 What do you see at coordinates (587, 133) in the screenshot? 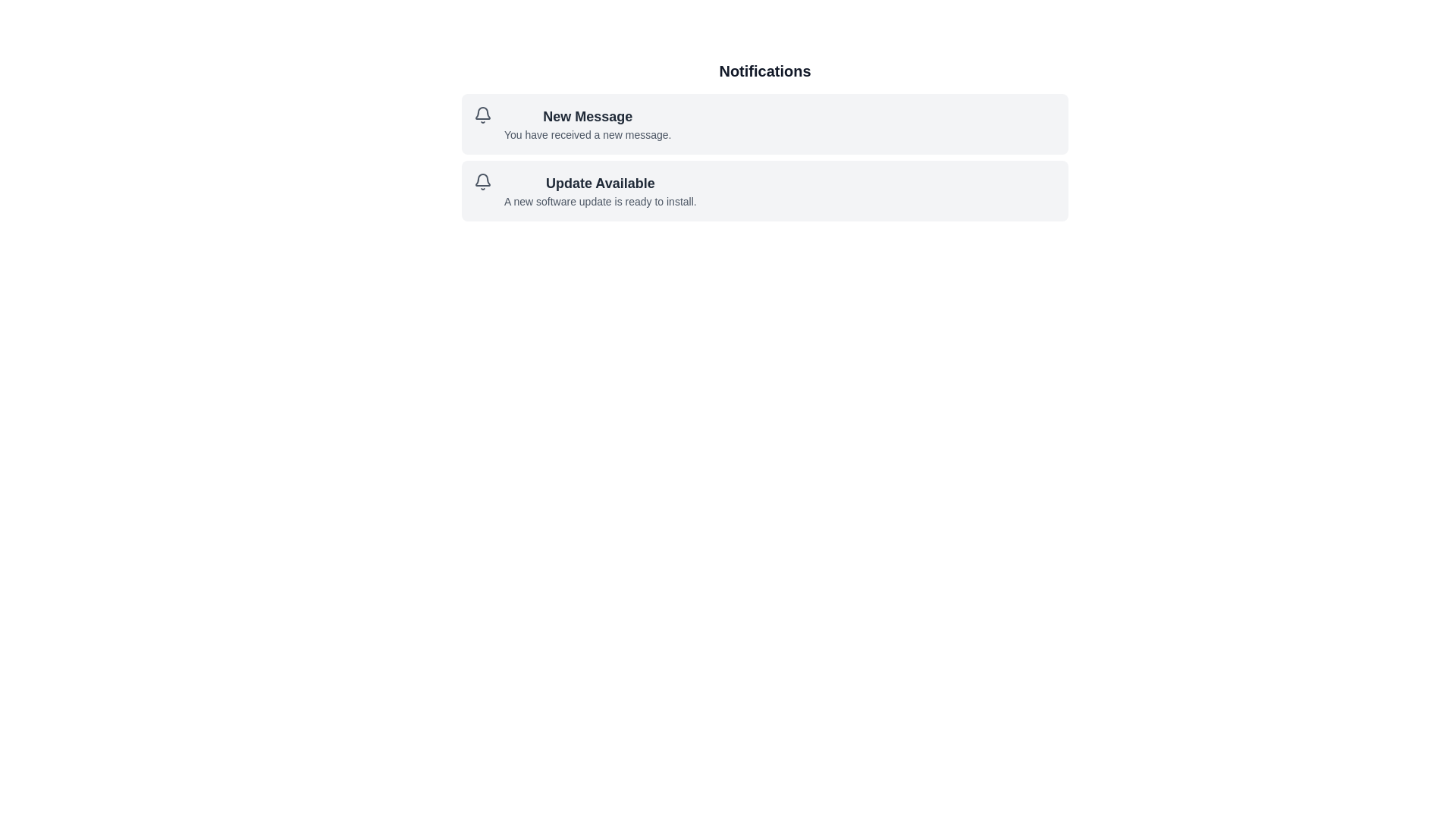
I see `the text label that provides additional information about the notification titled 'New Message', located below the title within the notifications section` at bounding box center [587, 133].